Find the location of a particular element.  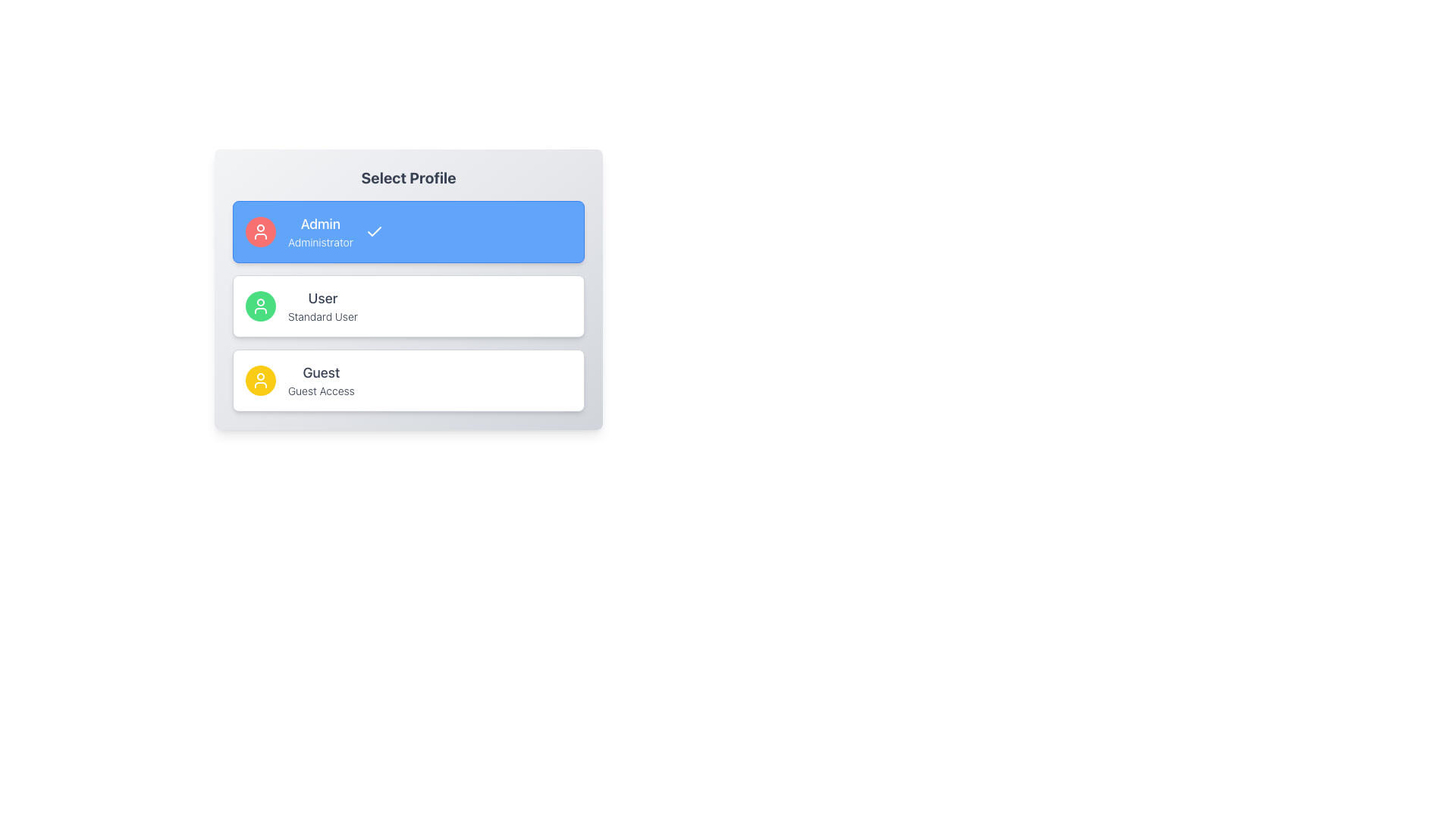

text label that displays the word 'Administrator', which is located below the 'Admin' title within a blue rectangular selection box in the user profile selection interface is located at coordinates (319, 242).